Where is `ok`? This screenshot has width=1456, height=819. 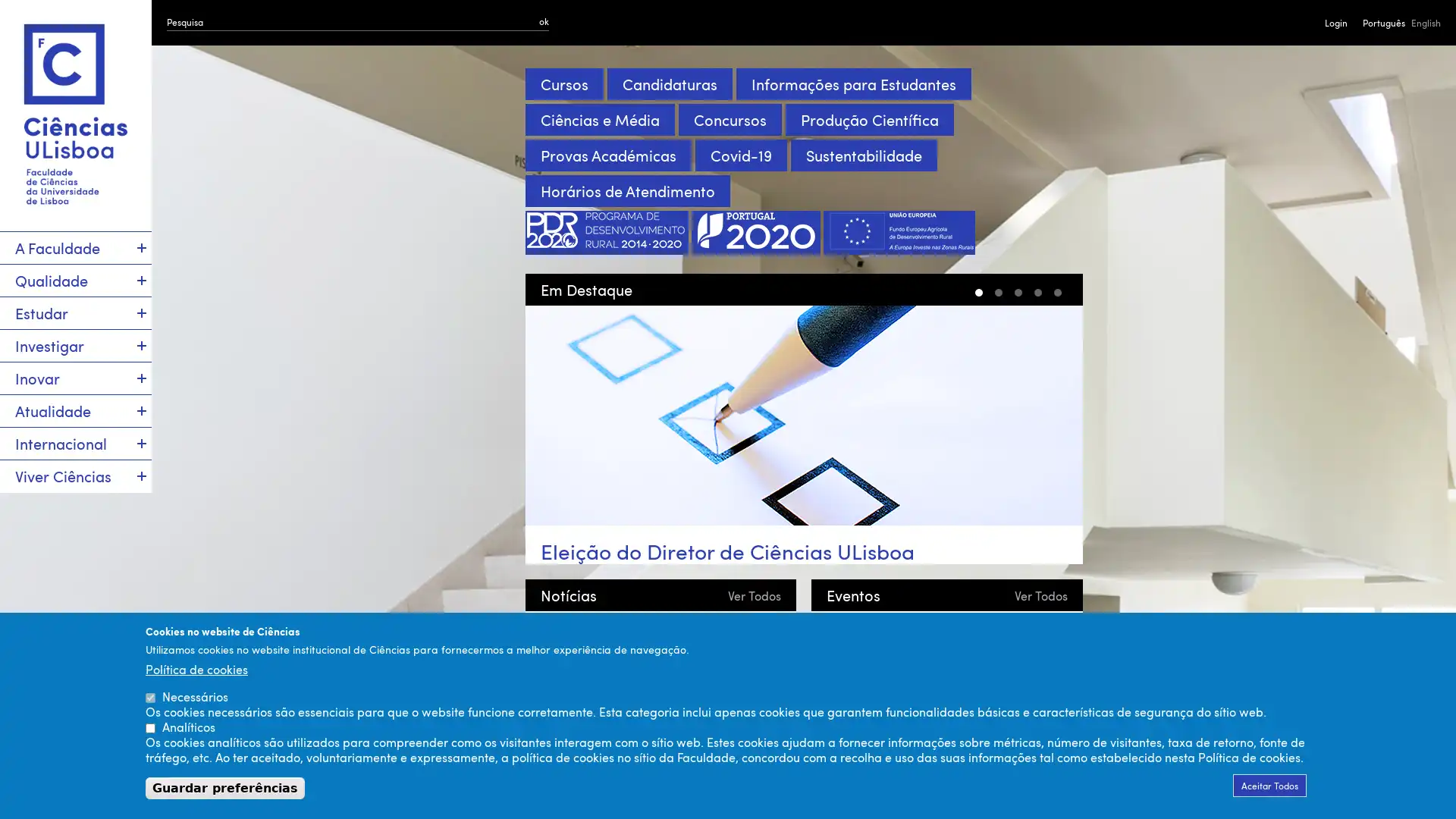 ok is located at coordinates (544, 20).